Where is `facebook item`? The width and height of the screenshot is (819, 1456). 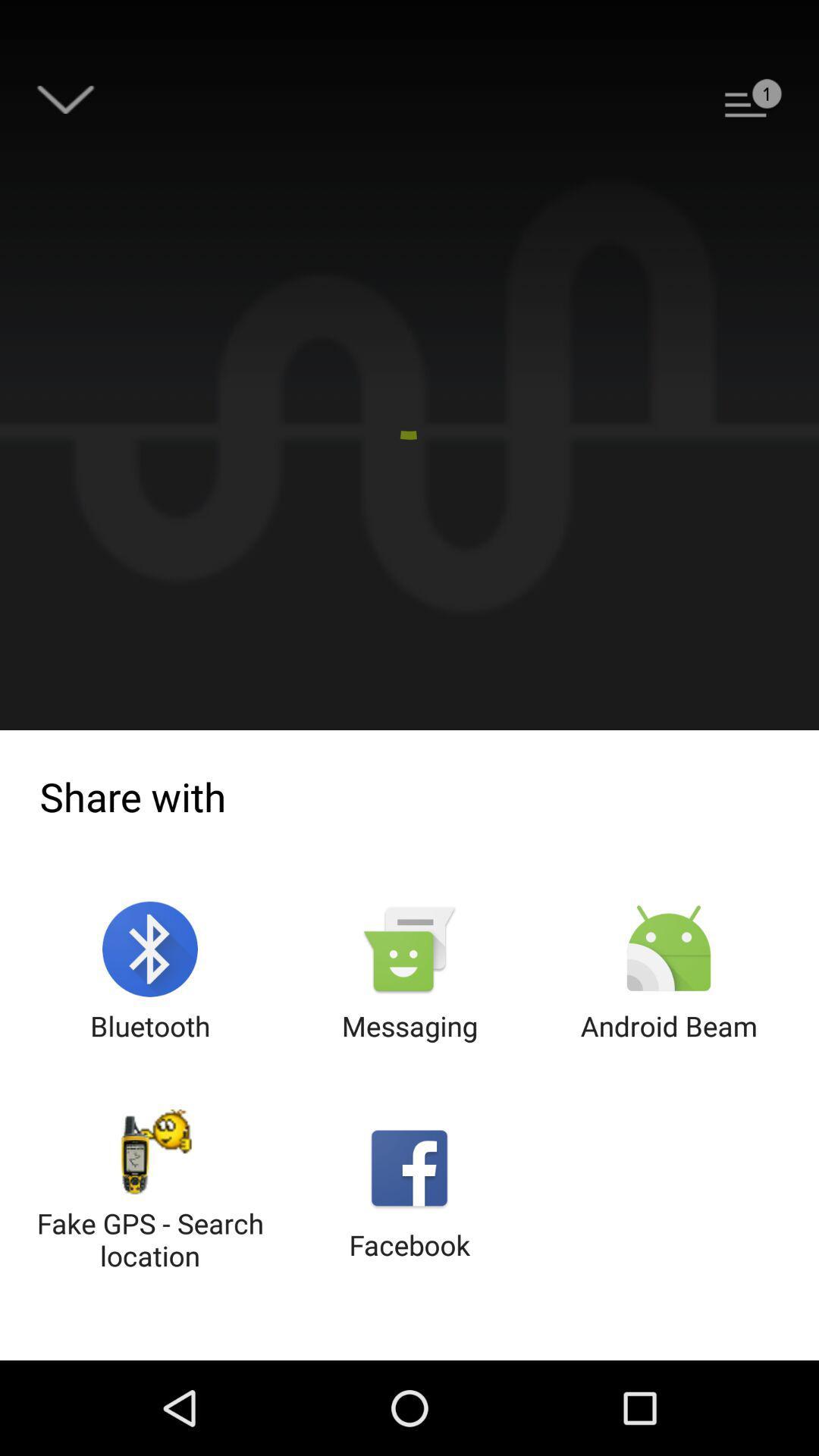 facebook item is located at coordinates (409, 1191).